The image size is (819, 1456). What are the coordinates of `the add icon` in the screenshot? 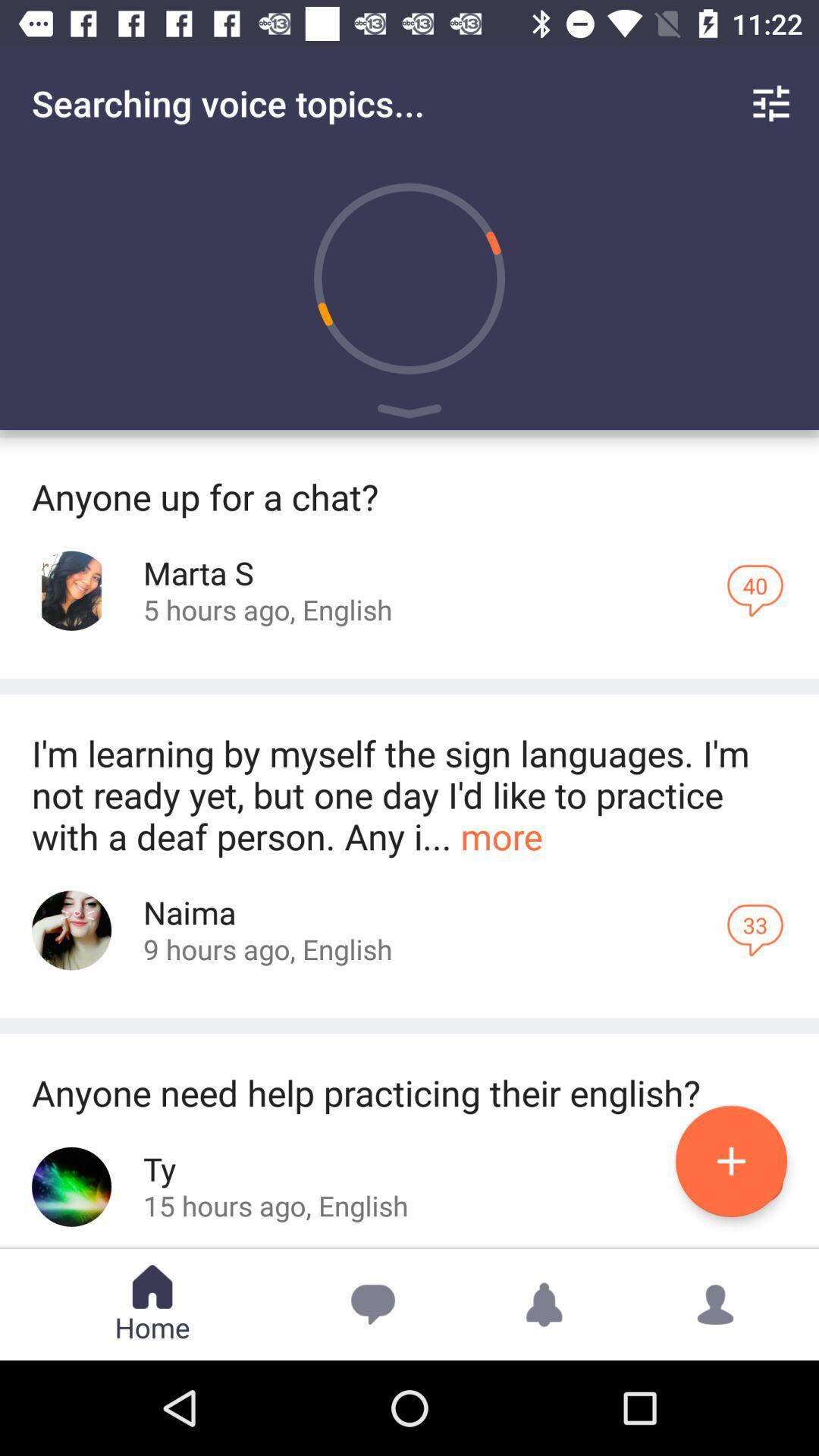 It's located at (730, 1160).